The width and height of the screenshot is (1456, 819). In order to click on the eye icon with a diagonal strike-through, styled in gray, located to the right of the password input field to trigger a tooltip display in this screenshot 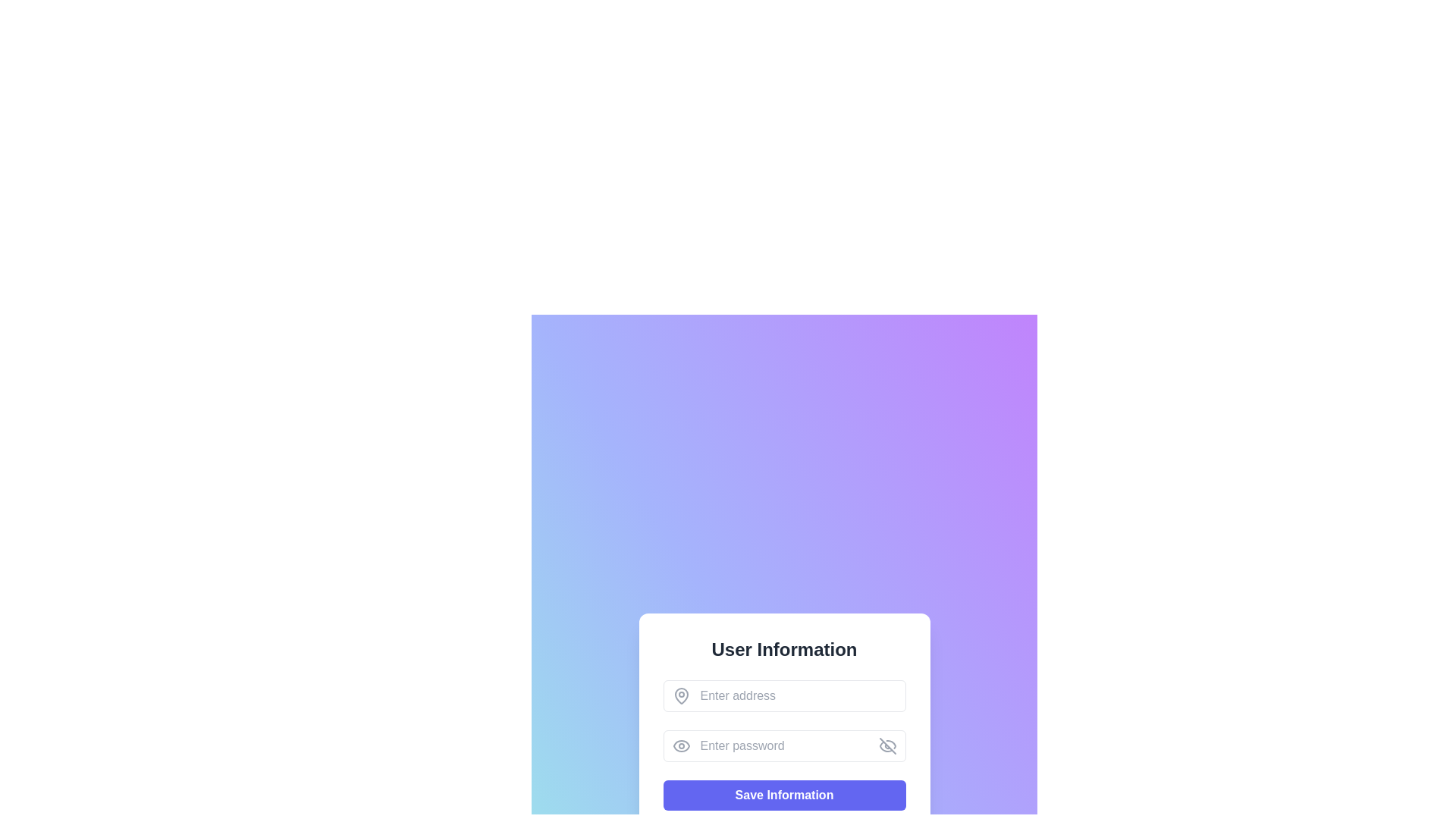, I will do `click(887, 745)`.